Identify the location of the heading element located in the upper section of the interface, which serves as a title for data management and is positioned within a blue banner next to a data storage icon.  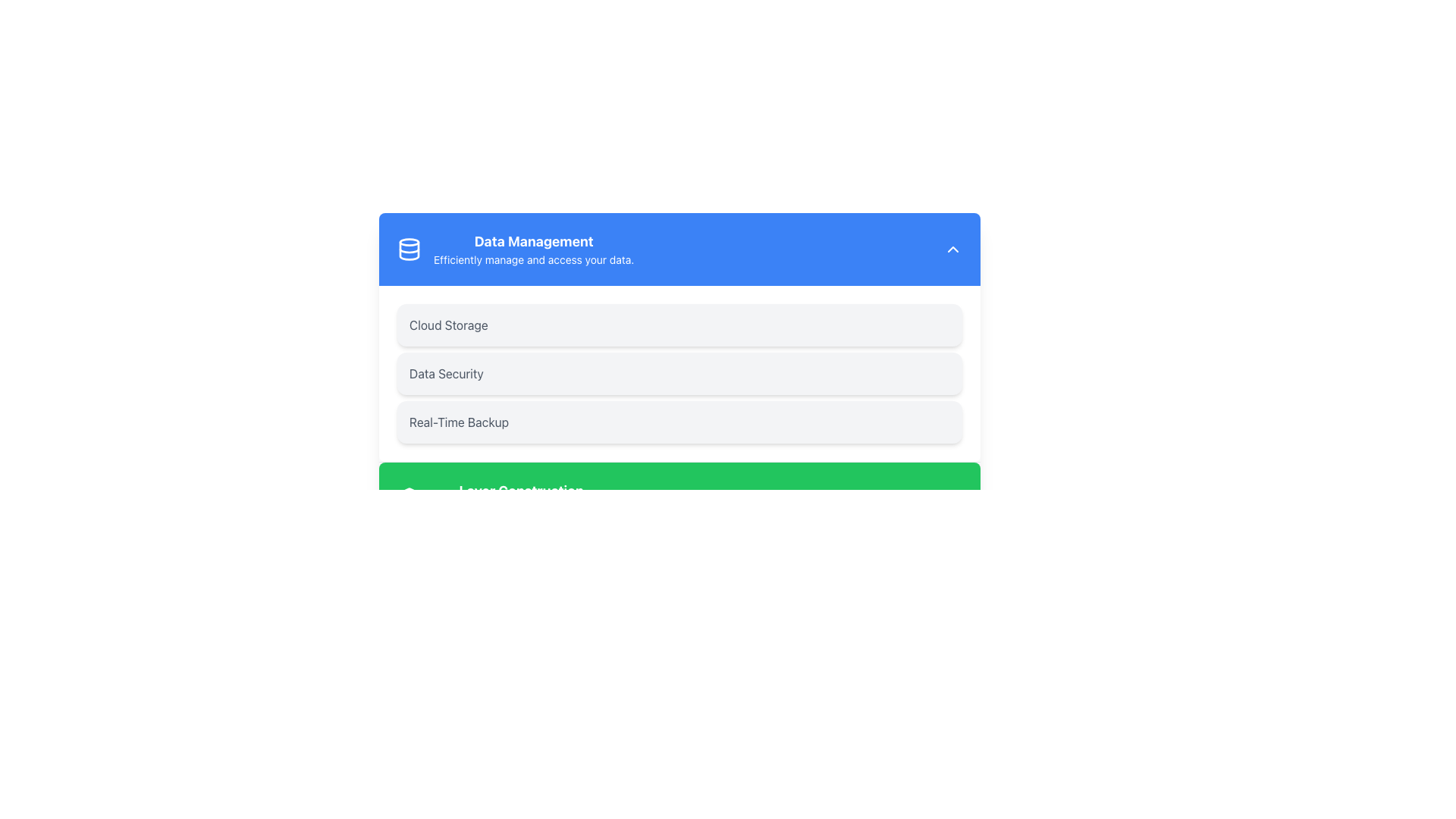
(534, 241).